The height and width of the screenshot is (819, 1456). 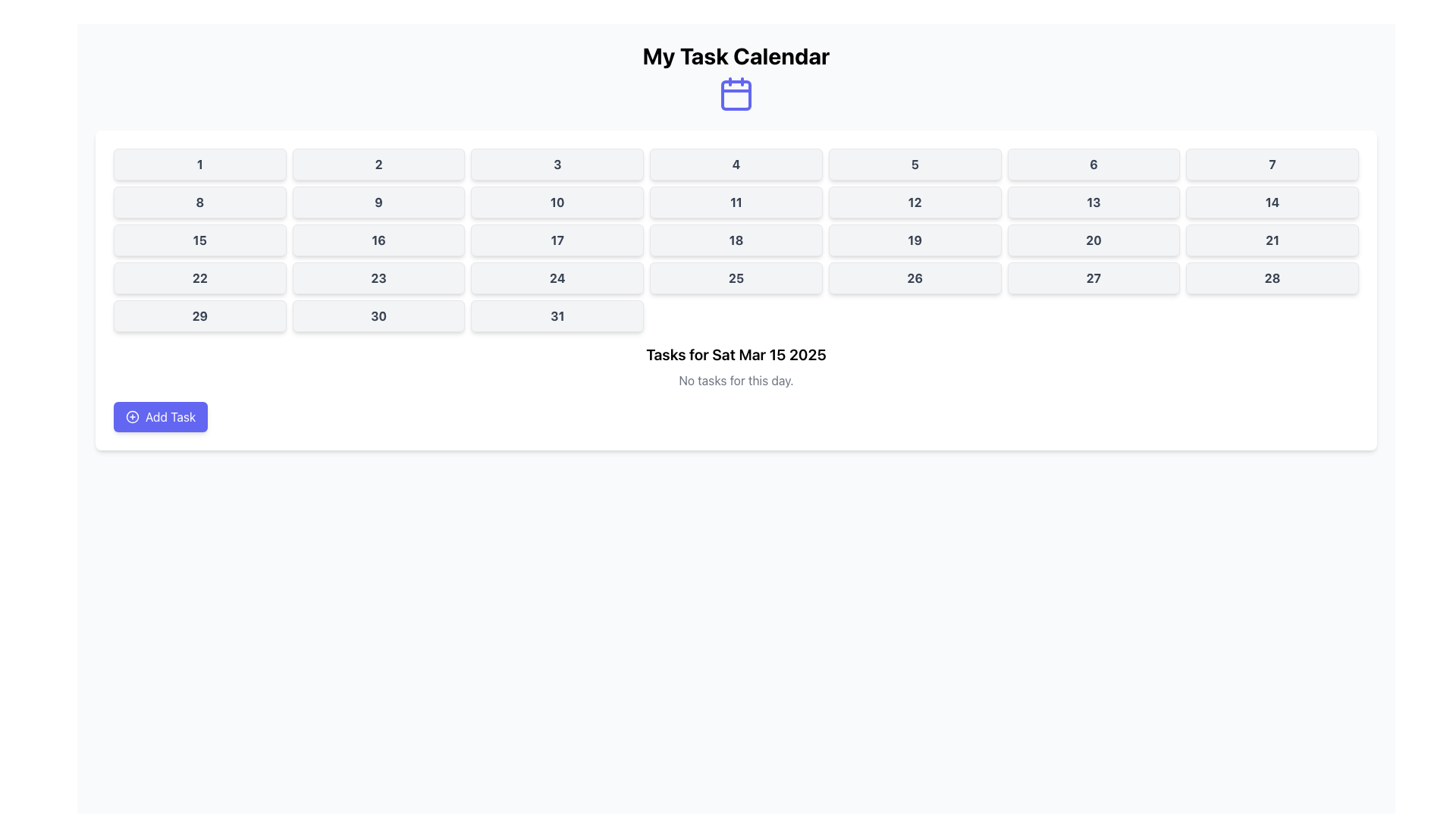 I want to click on the button displaying the number '15', so click(x=199, y=239).